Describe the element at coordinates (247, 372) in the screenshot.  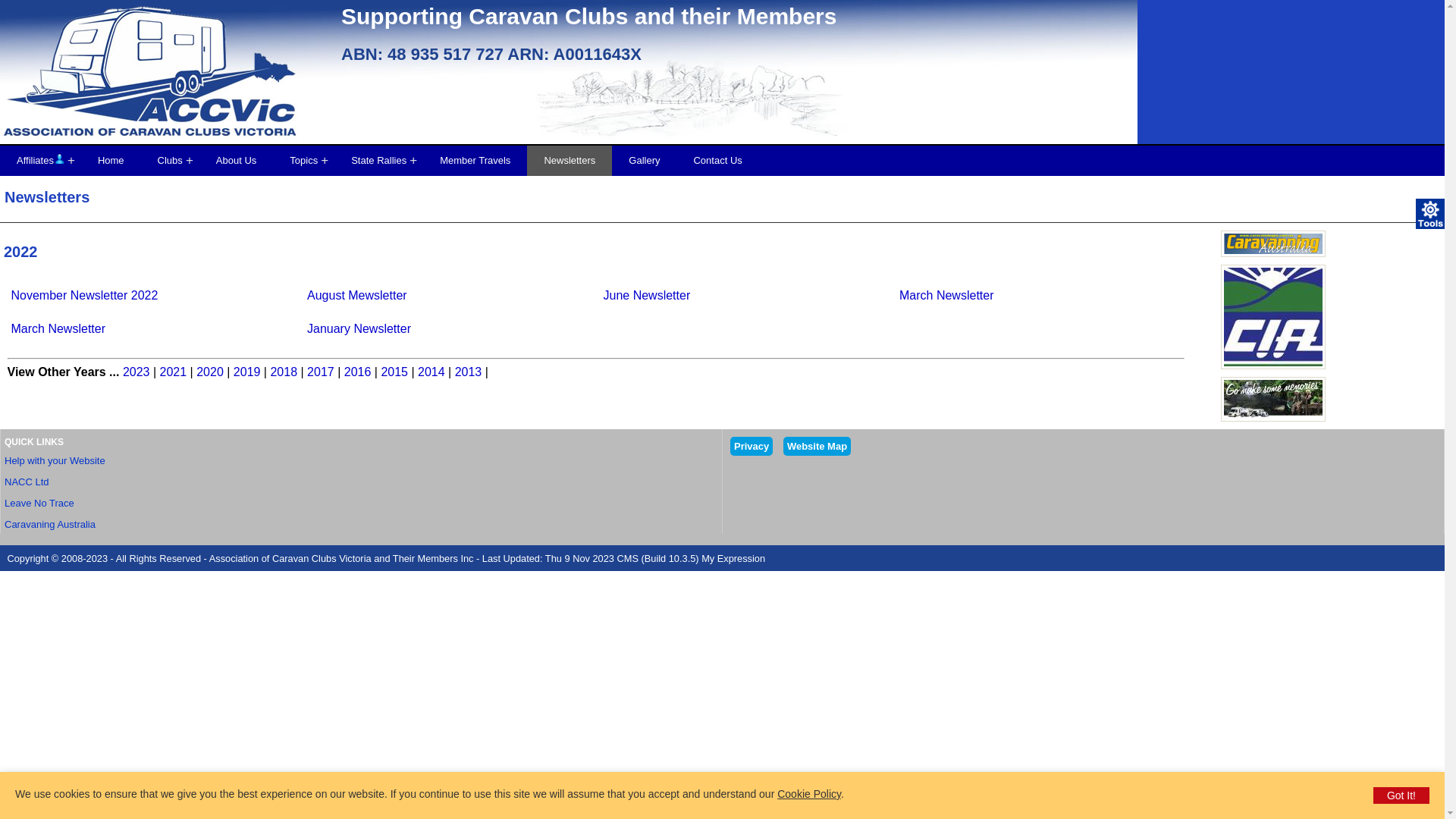
I see `'2019'` at that location.